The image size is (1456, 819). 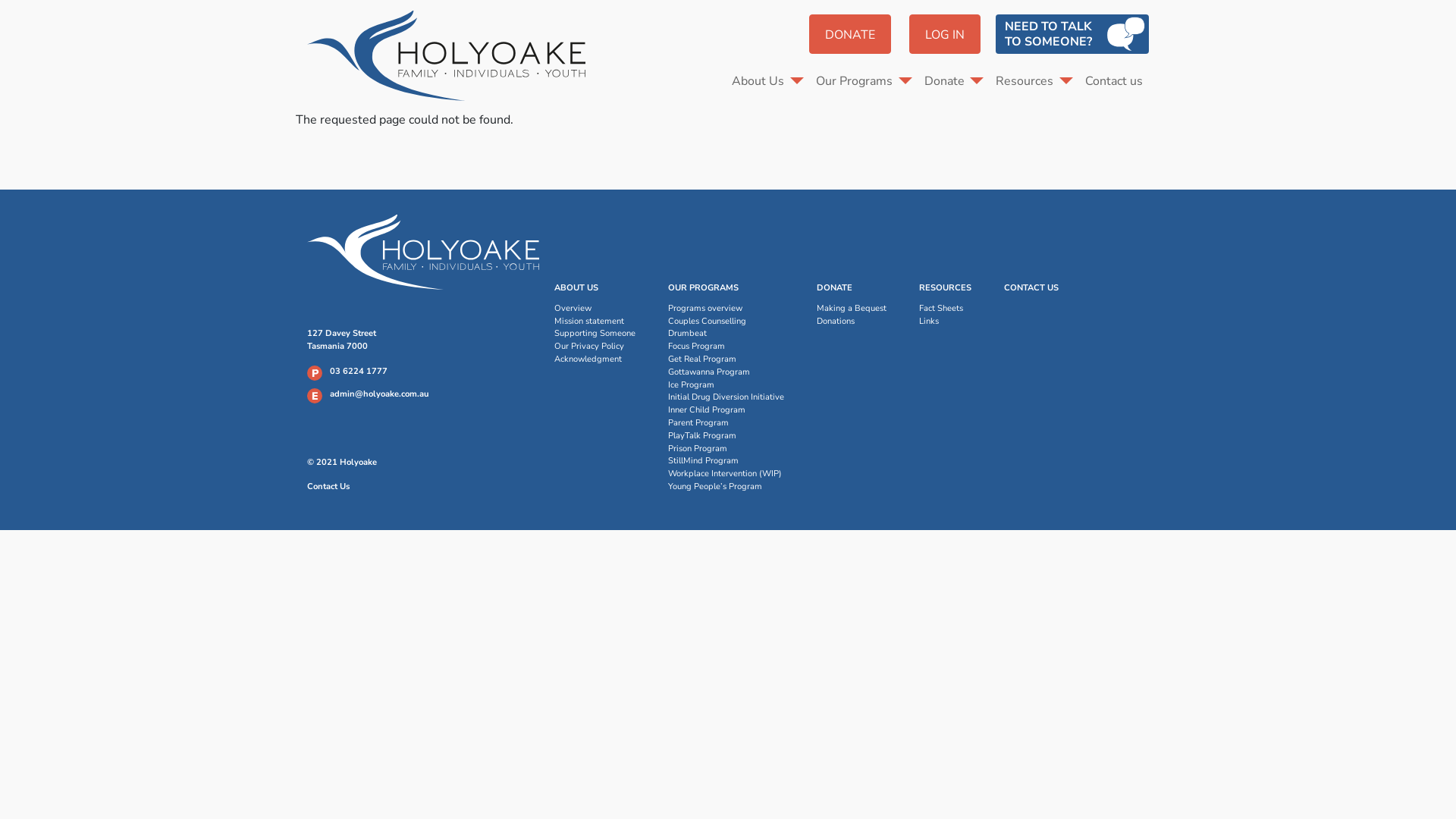 I want to click on 'Overview', so click(x=594, y=308).